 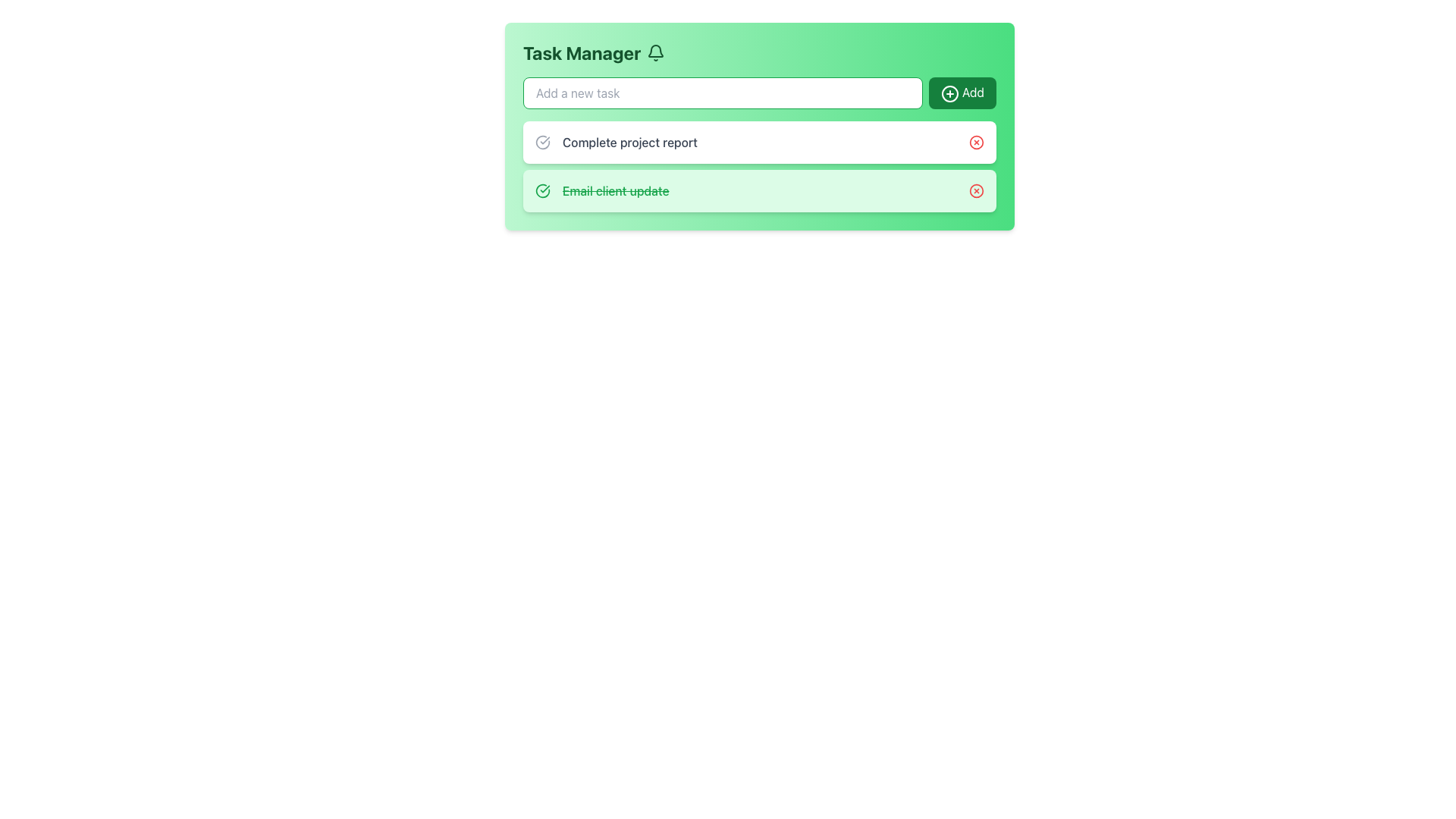 I want to click on on the circular icon with a green background that features a plus symbol, located next, so click(x=949, y=93).